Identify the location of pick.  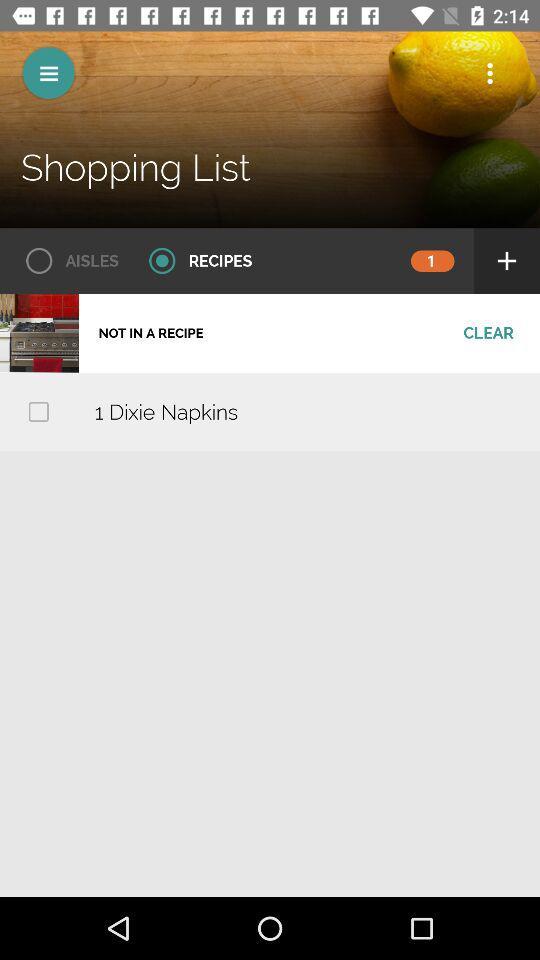
(38, 410).